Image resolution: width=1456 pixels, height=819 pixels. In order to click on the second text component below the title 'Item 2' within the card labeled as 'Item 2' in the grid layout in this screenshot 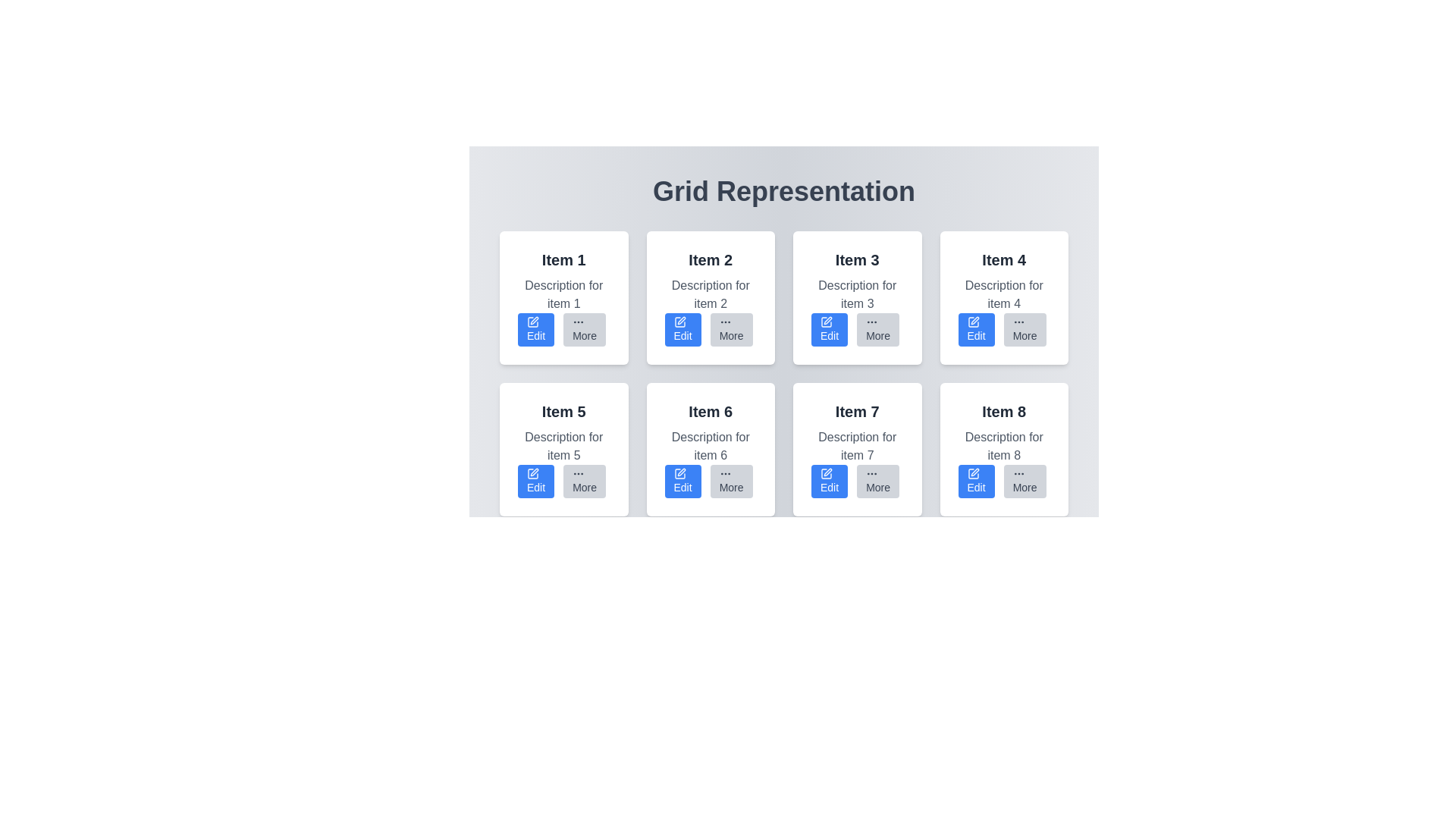, I will do `click(710, 295)`.